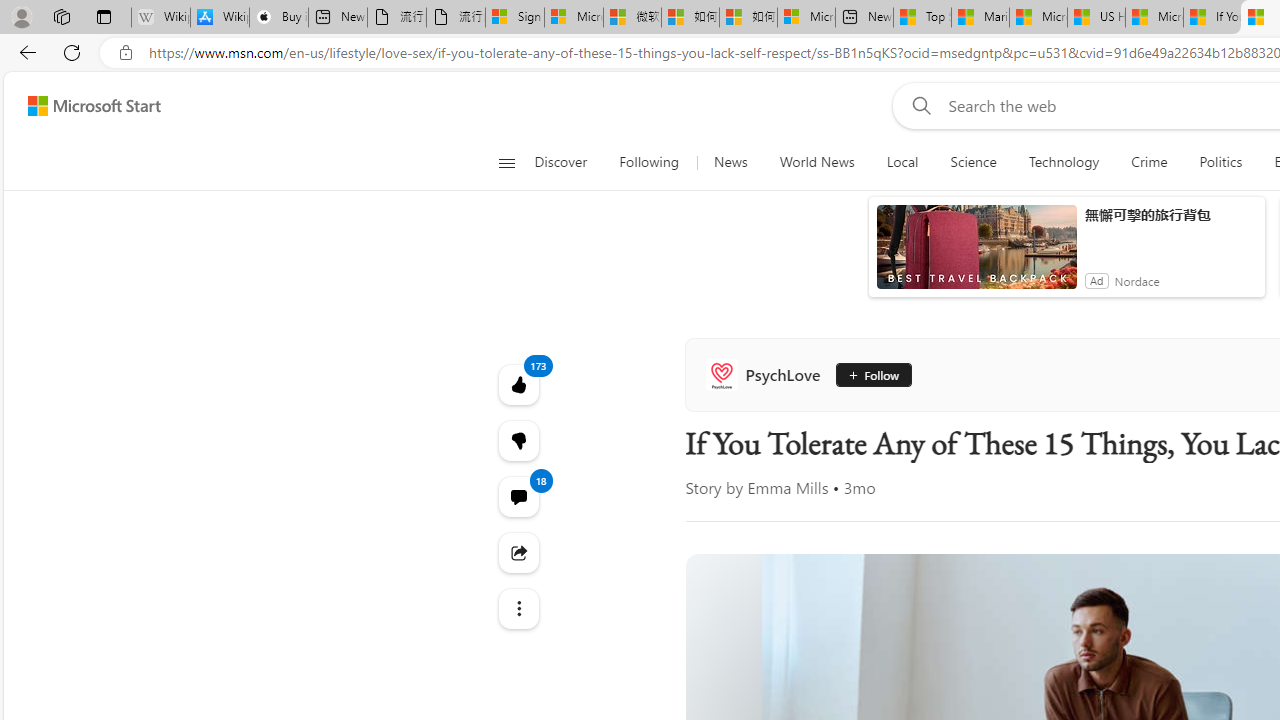 This screenshot has height=720, width=1280. What do you see at coordinates (973, 162) in the screenshot?
I see `'Science'` at bounding box center [973, 162].